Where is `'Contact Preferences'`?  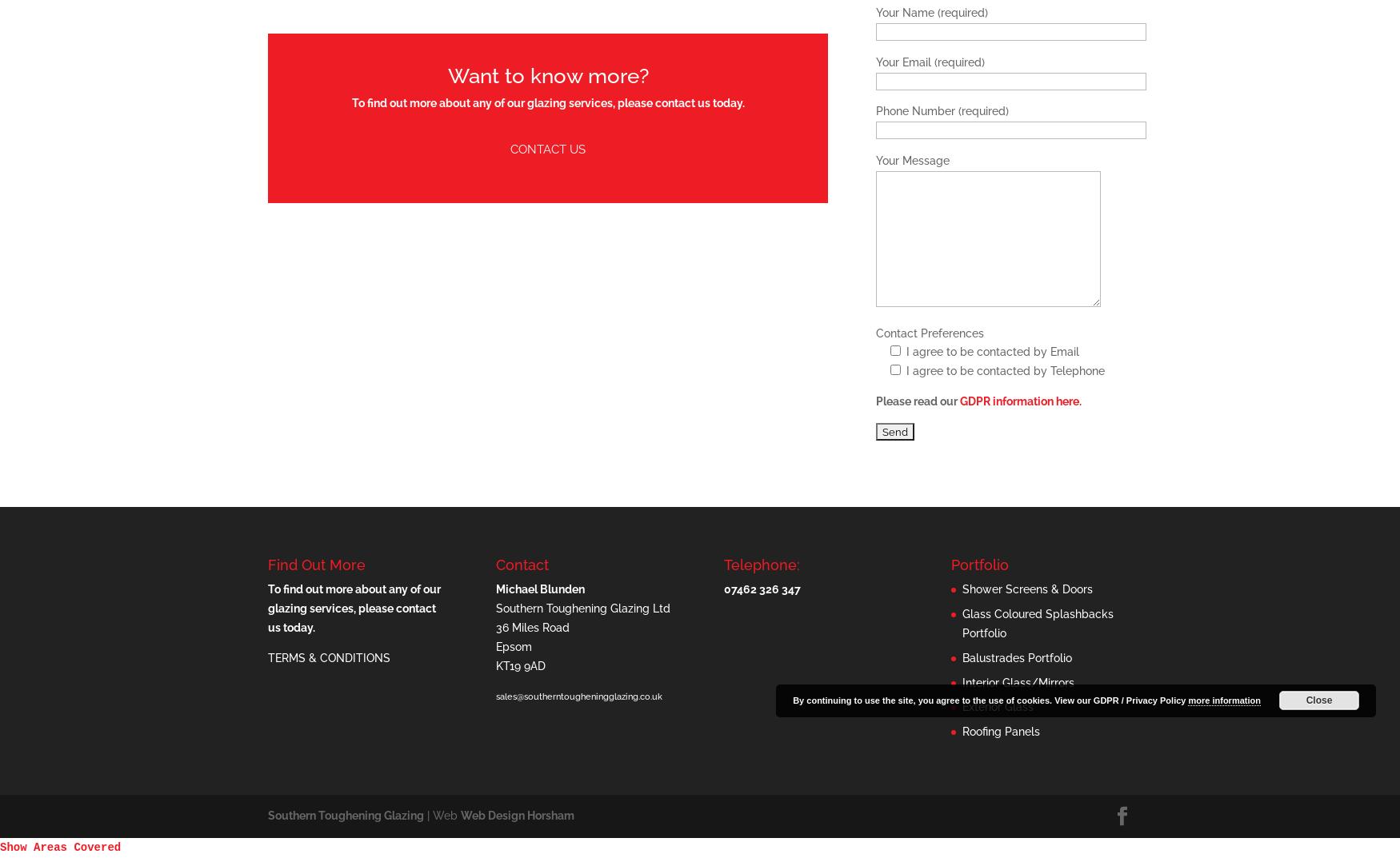 'Contact Preferences' is located at coordinates (874, 332).